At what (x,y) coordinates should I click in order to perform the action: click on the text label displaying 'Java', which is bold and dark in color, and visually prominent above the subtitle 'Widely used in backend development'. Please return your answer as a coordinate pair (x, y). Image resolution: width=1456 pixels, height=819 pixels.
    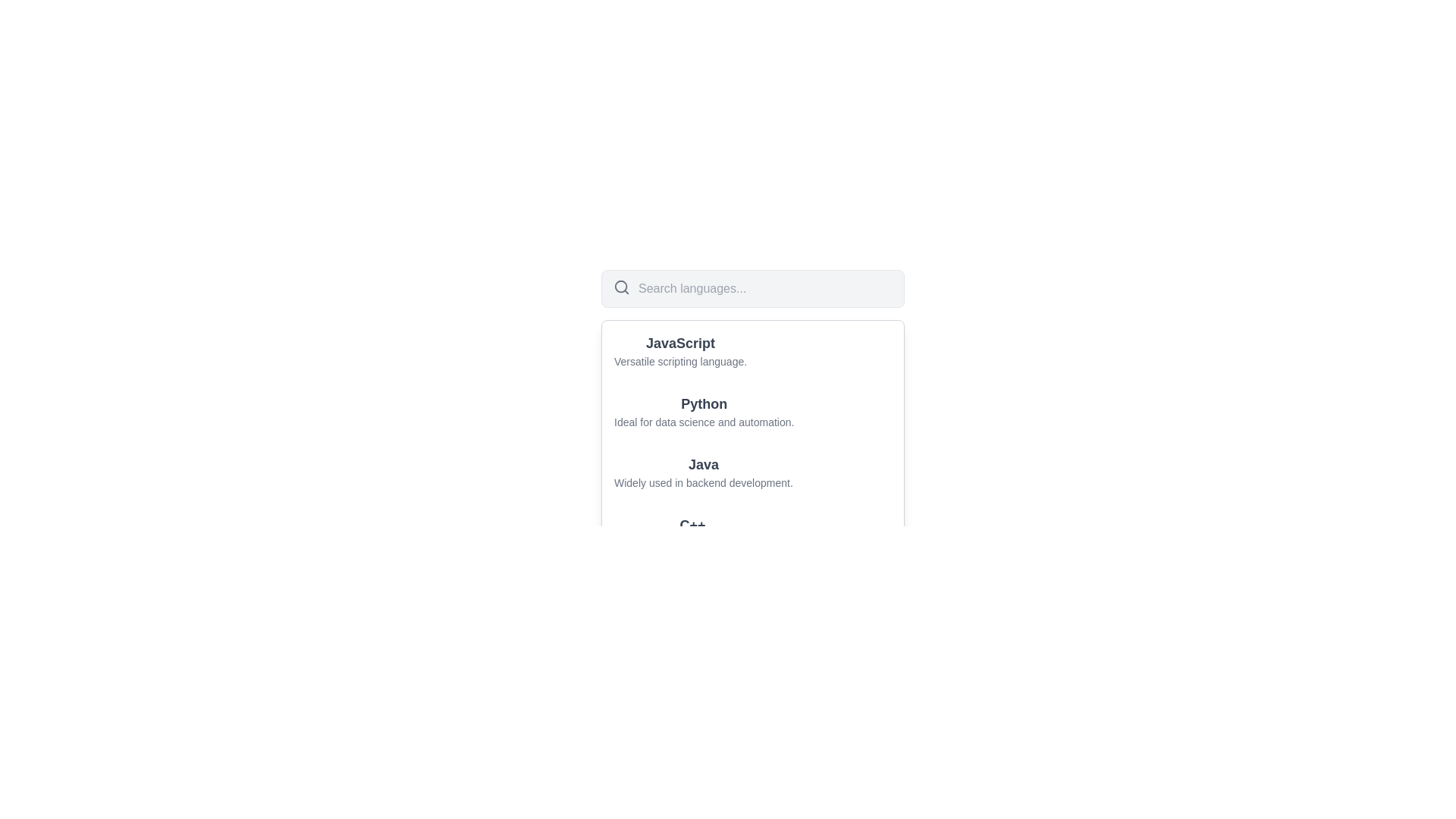
    Looking at the image, I should click on (702, 464).